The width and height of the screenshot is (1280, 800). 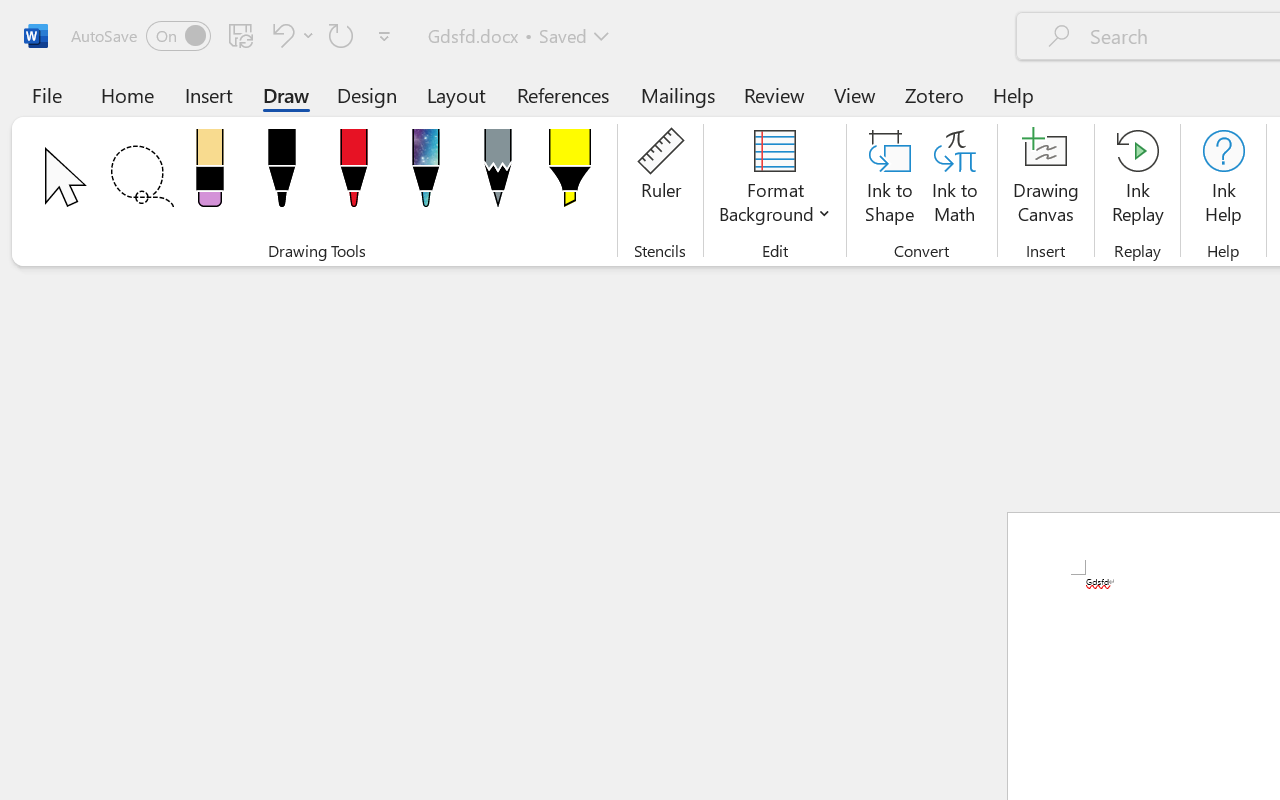 What do you see at coordinates (289, 34) in the screenshot?
I see `'Undo Apply Quick Style'` at bounding box center [289, 34].